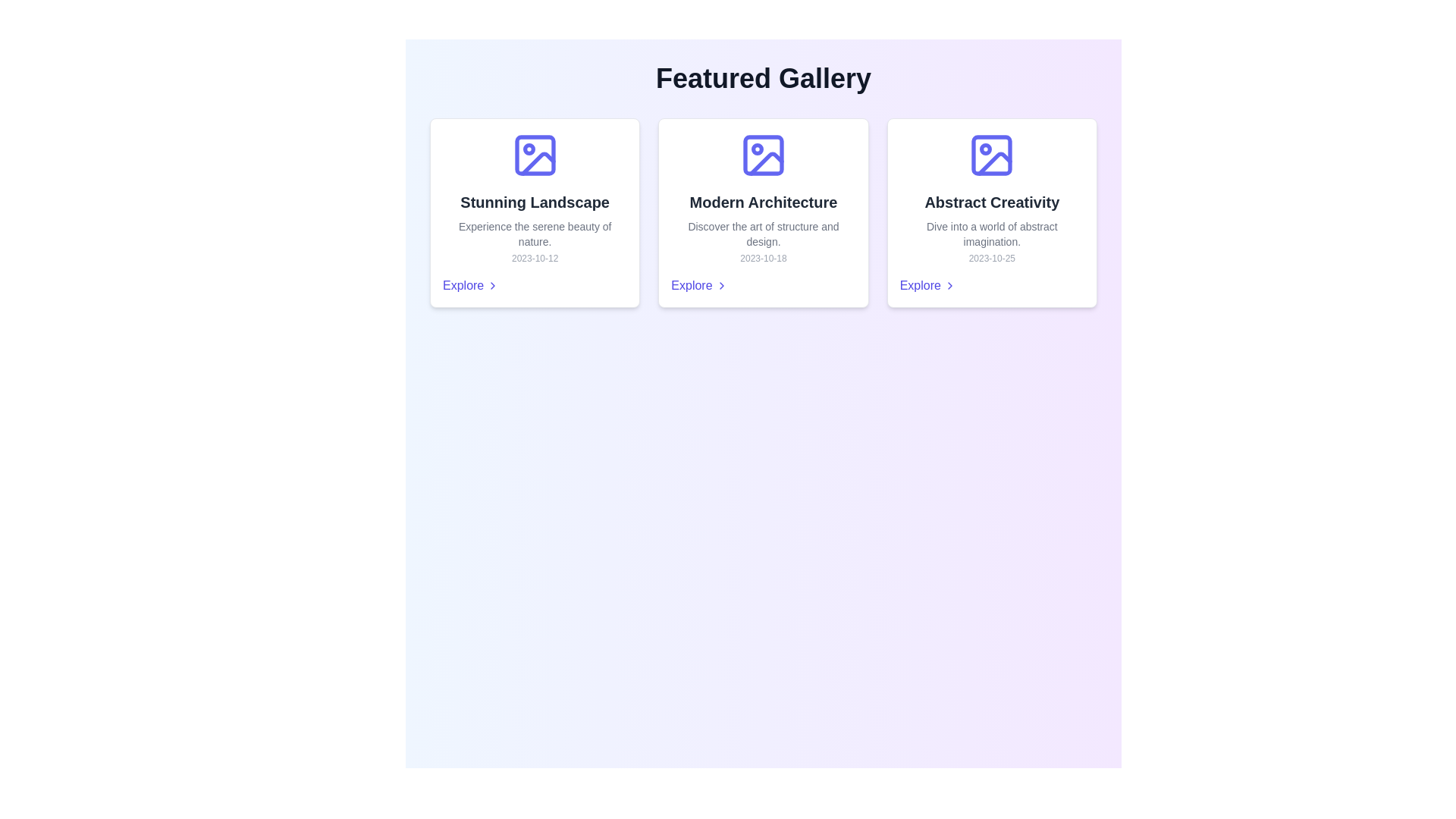 The height and width of the screenshot is (819, 1456). I want to click on the text label displaying '2023-10-12', which is in light gray font and positioned at the bottom of the card layout, just above the 'Explore' link, so click(535, 257).